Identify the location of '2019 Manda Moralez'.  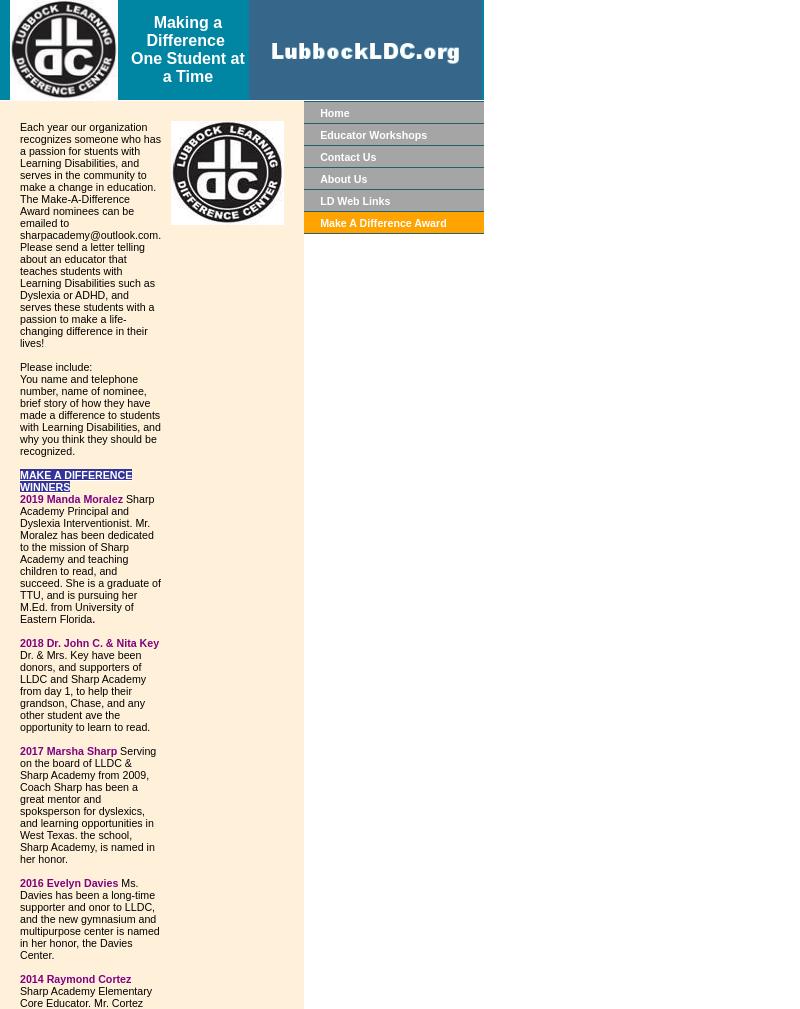
(72, 497).